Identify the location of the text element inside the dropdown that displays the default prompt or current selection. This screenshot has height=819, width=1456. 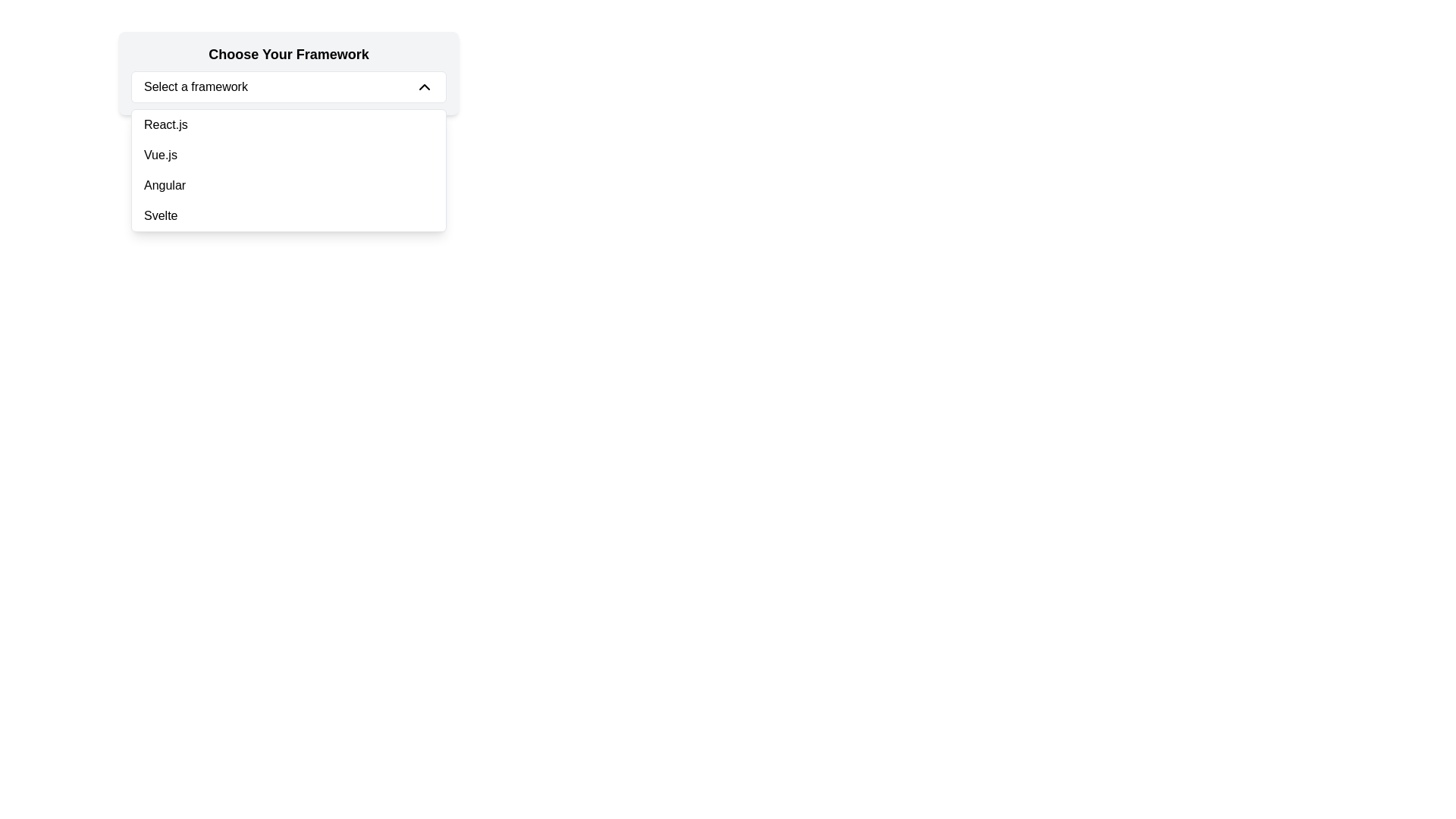
(195, 87).